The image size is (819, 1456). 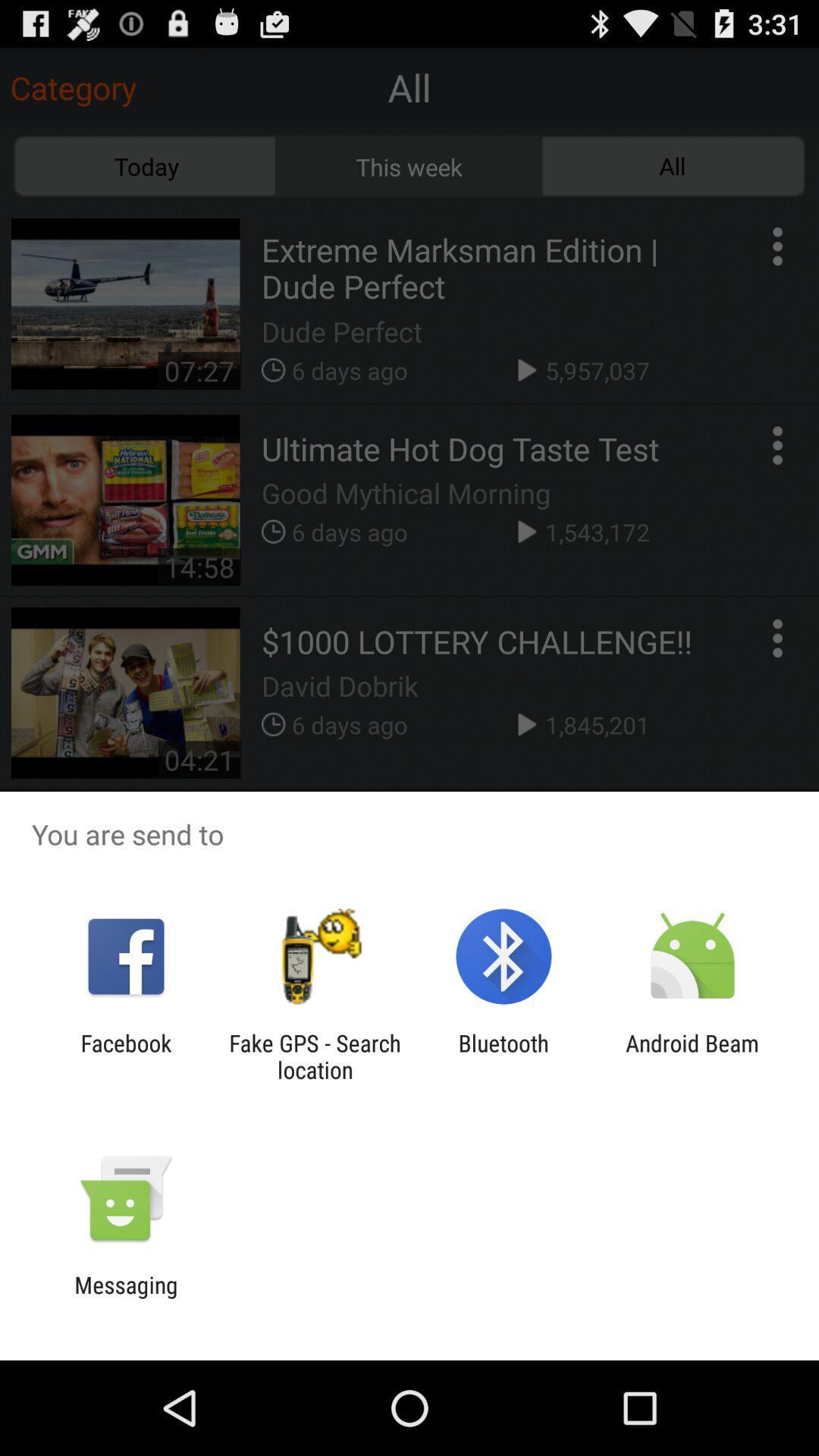 What do you see at coordinates (692, 1056) in the screenshot?
I see `icon at the bottom right corner` at bounding box center [692, 1056].